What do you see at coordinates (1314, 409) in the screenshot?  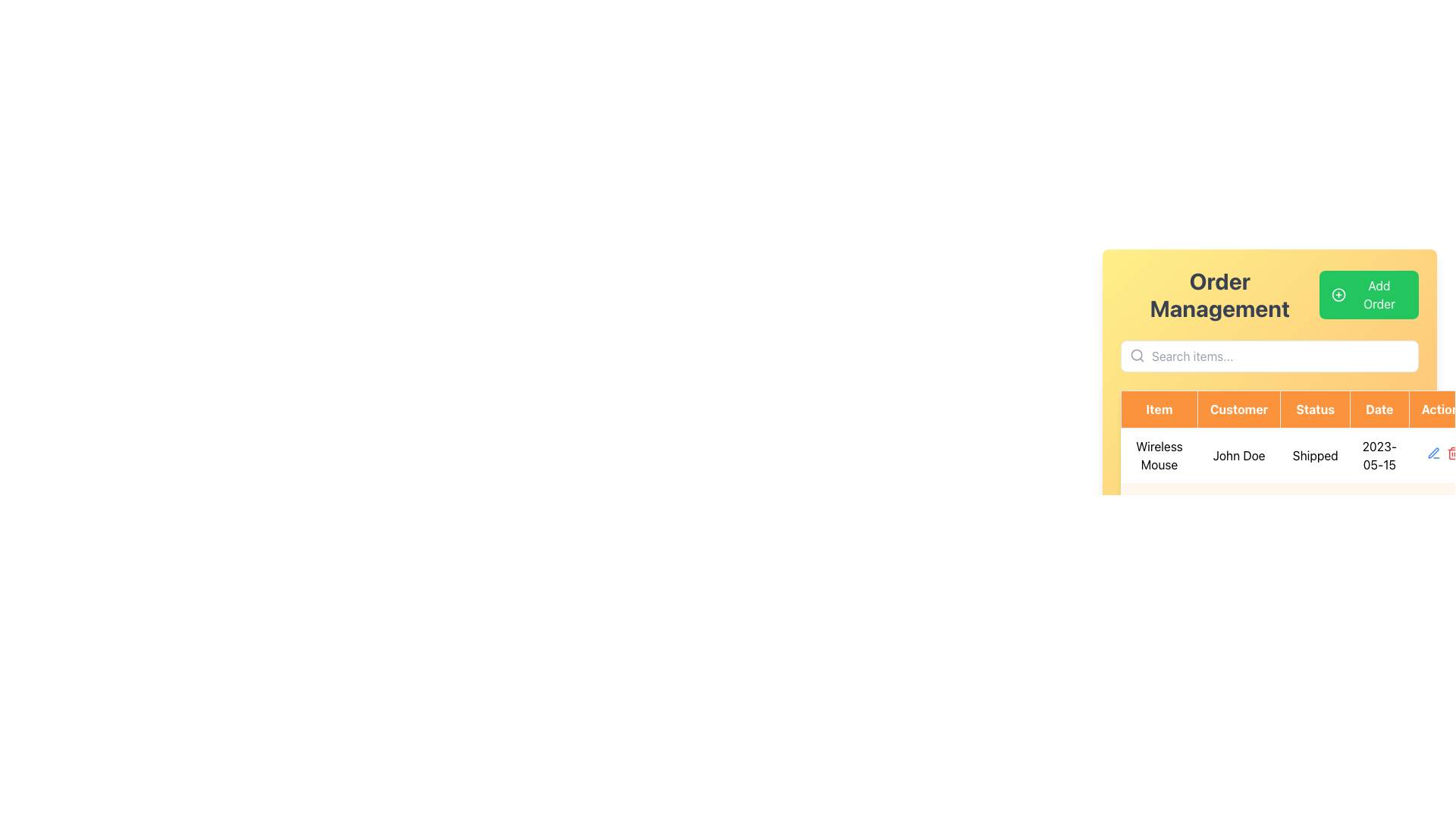 I see `the Table Header Cell labeled 'Status', which has a bright orange background and white text, located in the header row of the table` at bounding box center [1314, 409].